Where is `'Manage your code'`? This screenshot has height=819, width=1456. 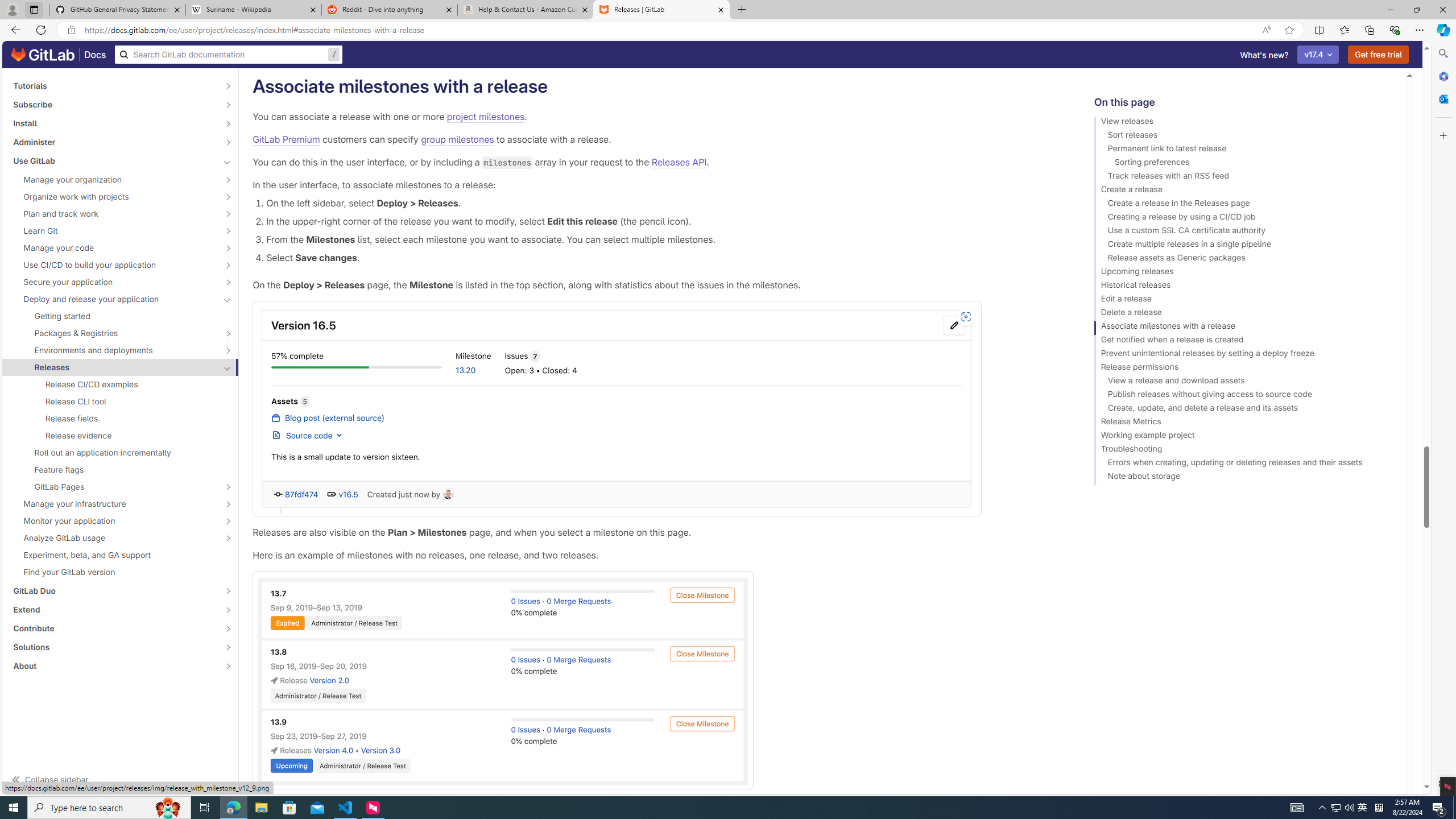 'Manage your code' is located at coordinates (113, 247).